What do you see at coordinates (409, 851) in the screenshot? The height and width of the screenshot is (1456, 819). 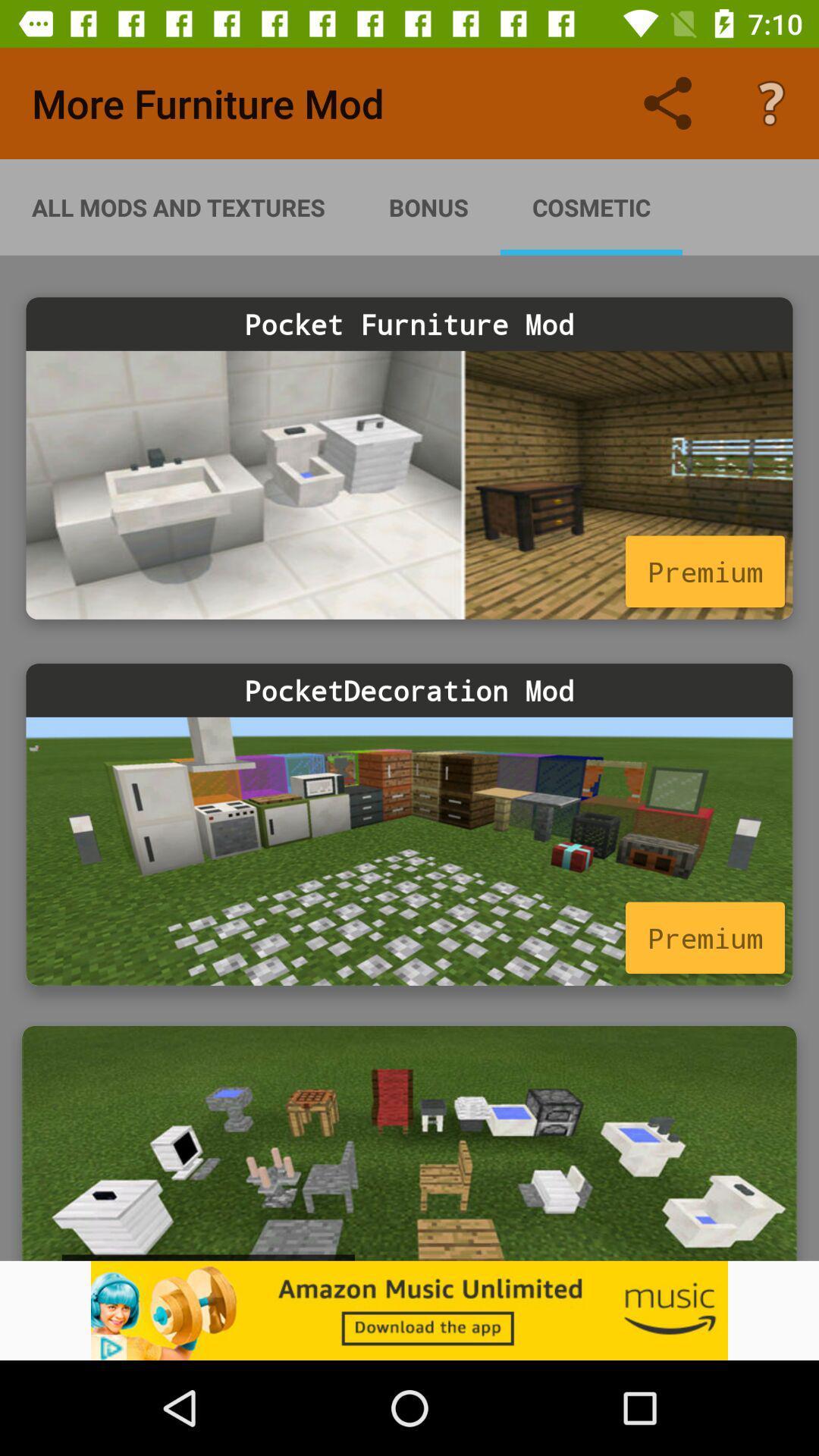 I see `more information` at bounding box center [409, 851].